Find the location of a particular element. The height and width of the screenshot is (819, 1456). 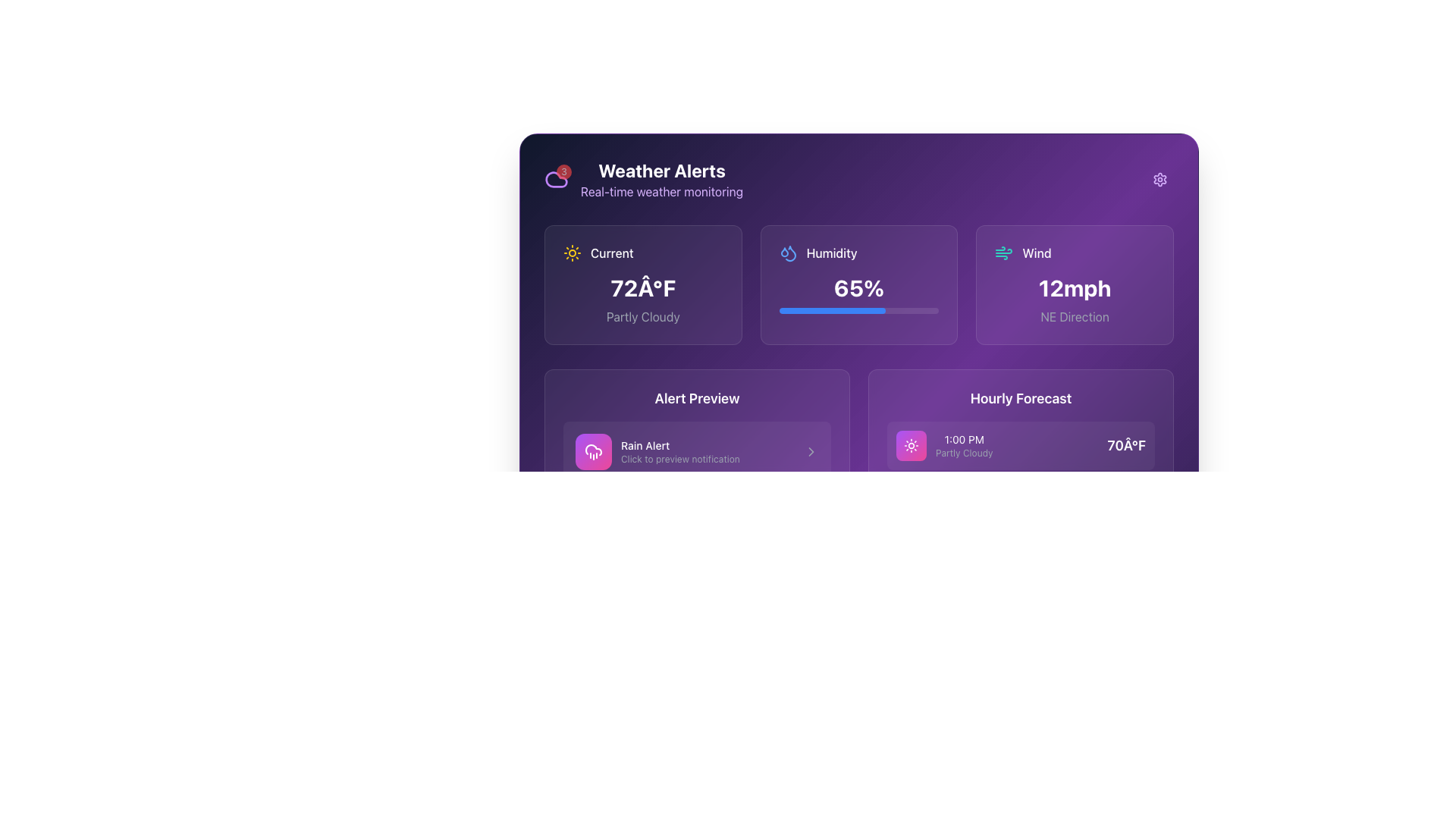

the static text displaying '1:00 PM' in white font on a purple background, located under the 'Hourly Forecast' section, to the left of 'Partly Cloudy' is located at coordinates (963, 439).